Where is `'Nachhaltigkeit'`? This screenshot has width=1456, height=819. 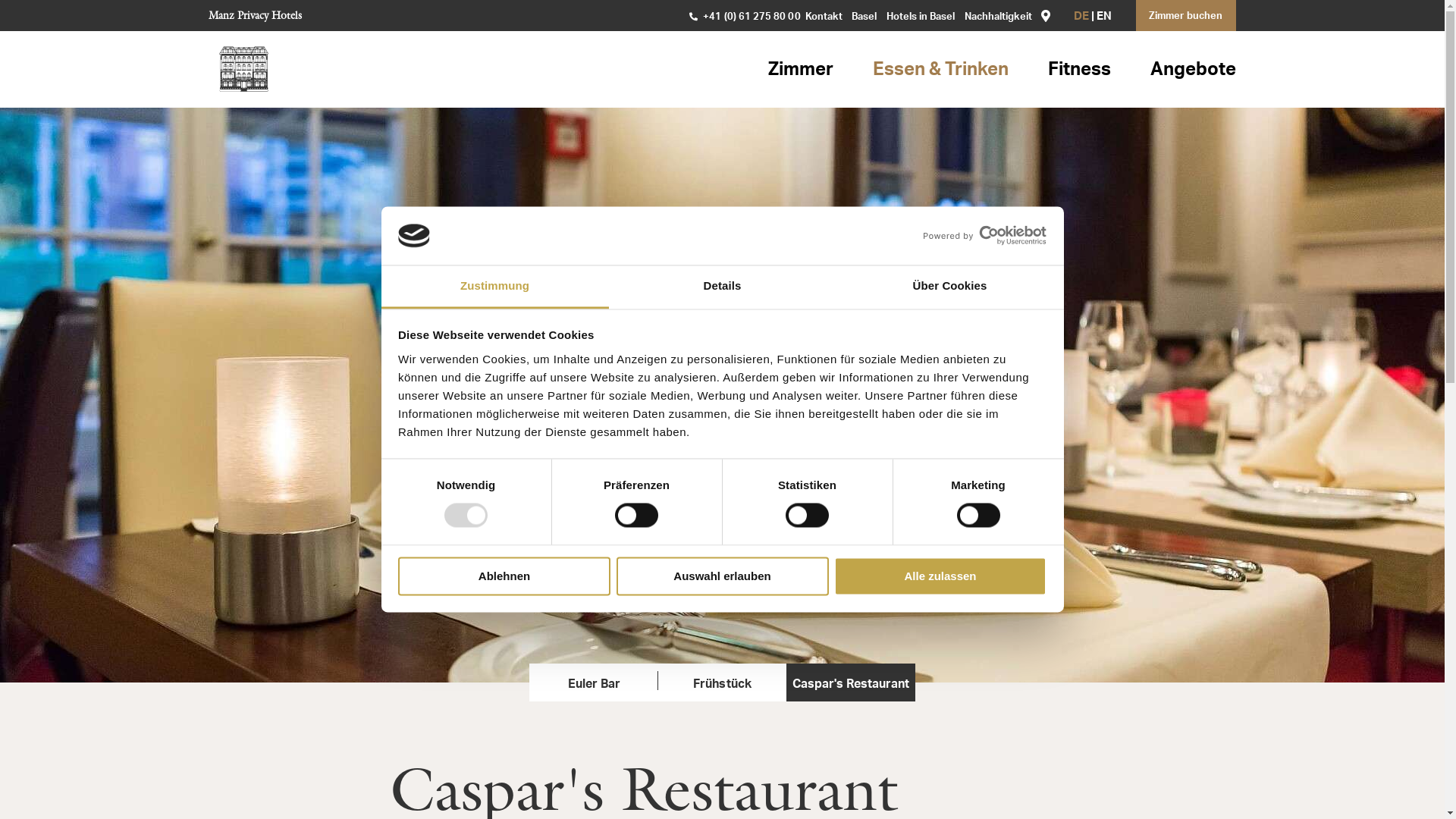
'Nachhaltigkeit' is located at coordinates (998, 17).